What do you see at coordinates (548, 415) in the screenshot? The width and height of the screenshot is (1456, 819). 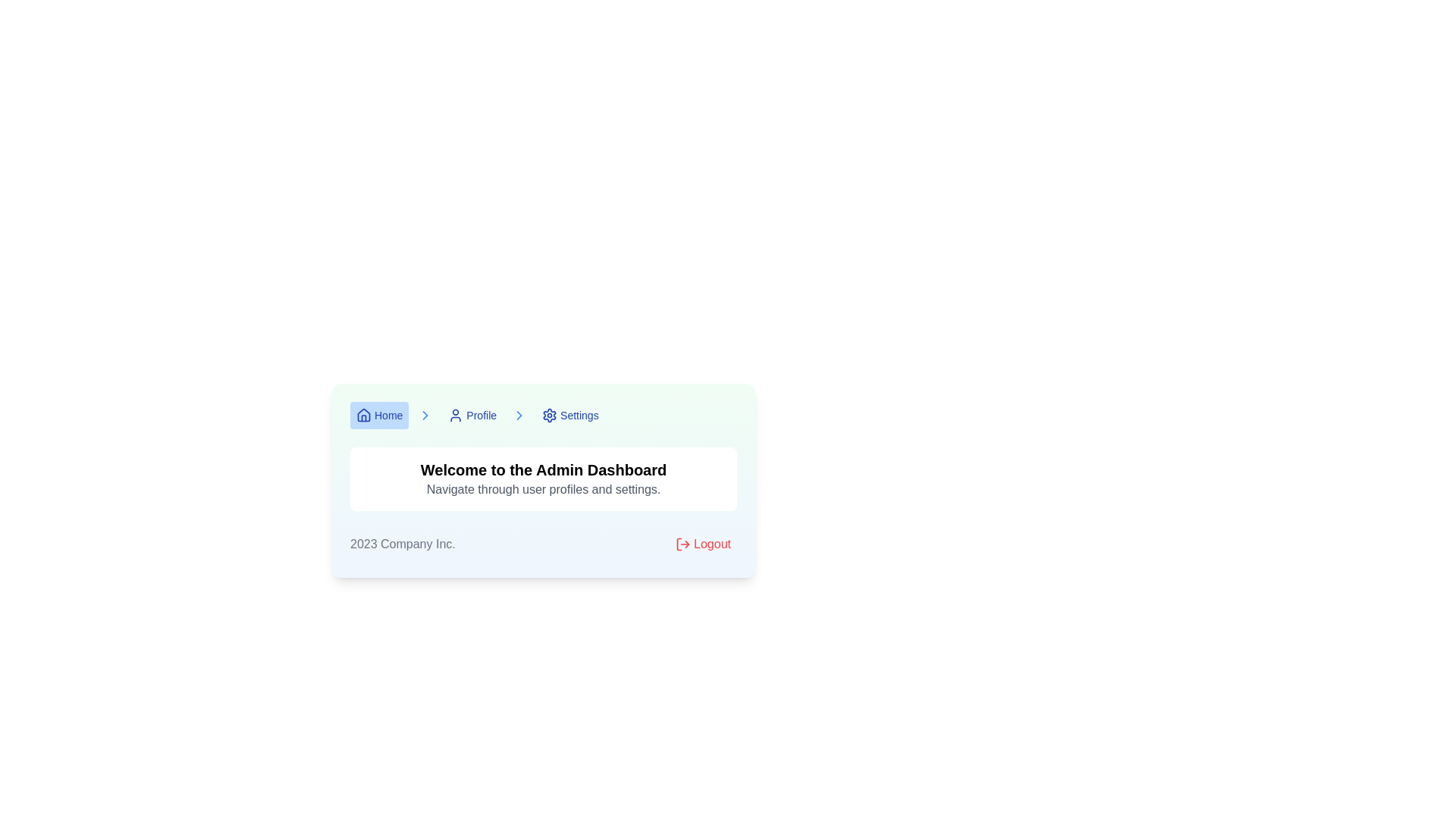 I see `the gear icon in the navigation bar next to the 'Settings' text` at bounding box center [548, 415].